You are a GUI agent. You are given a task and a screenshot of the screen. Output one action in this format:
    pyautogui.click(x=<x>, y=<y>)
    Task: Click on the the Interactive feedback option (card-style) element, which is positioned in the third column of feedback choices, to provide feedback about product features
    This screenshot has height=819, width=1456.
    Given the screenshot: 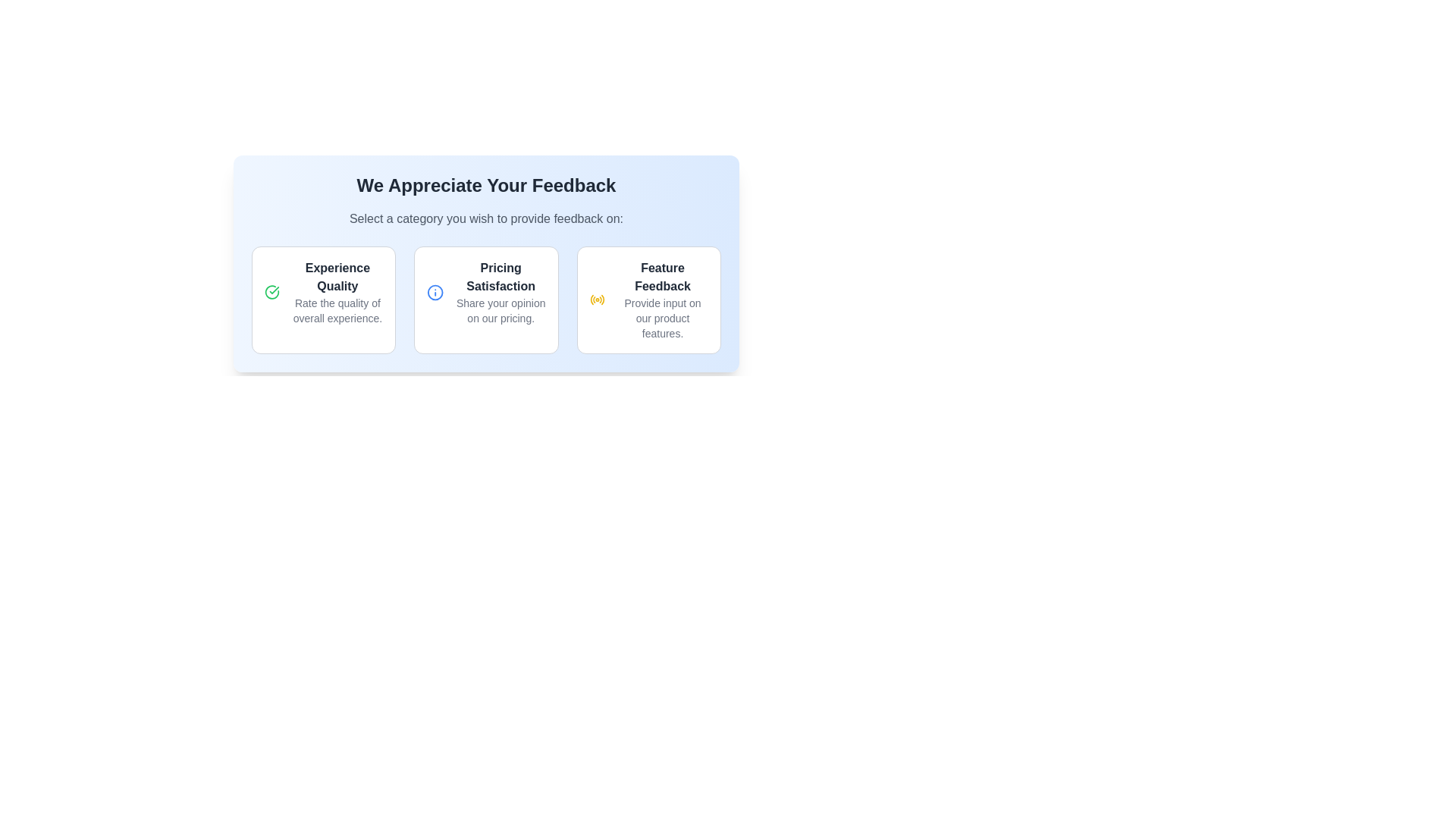 What is the action you would take?
    pyautogui.click(x=648, y=300)
    